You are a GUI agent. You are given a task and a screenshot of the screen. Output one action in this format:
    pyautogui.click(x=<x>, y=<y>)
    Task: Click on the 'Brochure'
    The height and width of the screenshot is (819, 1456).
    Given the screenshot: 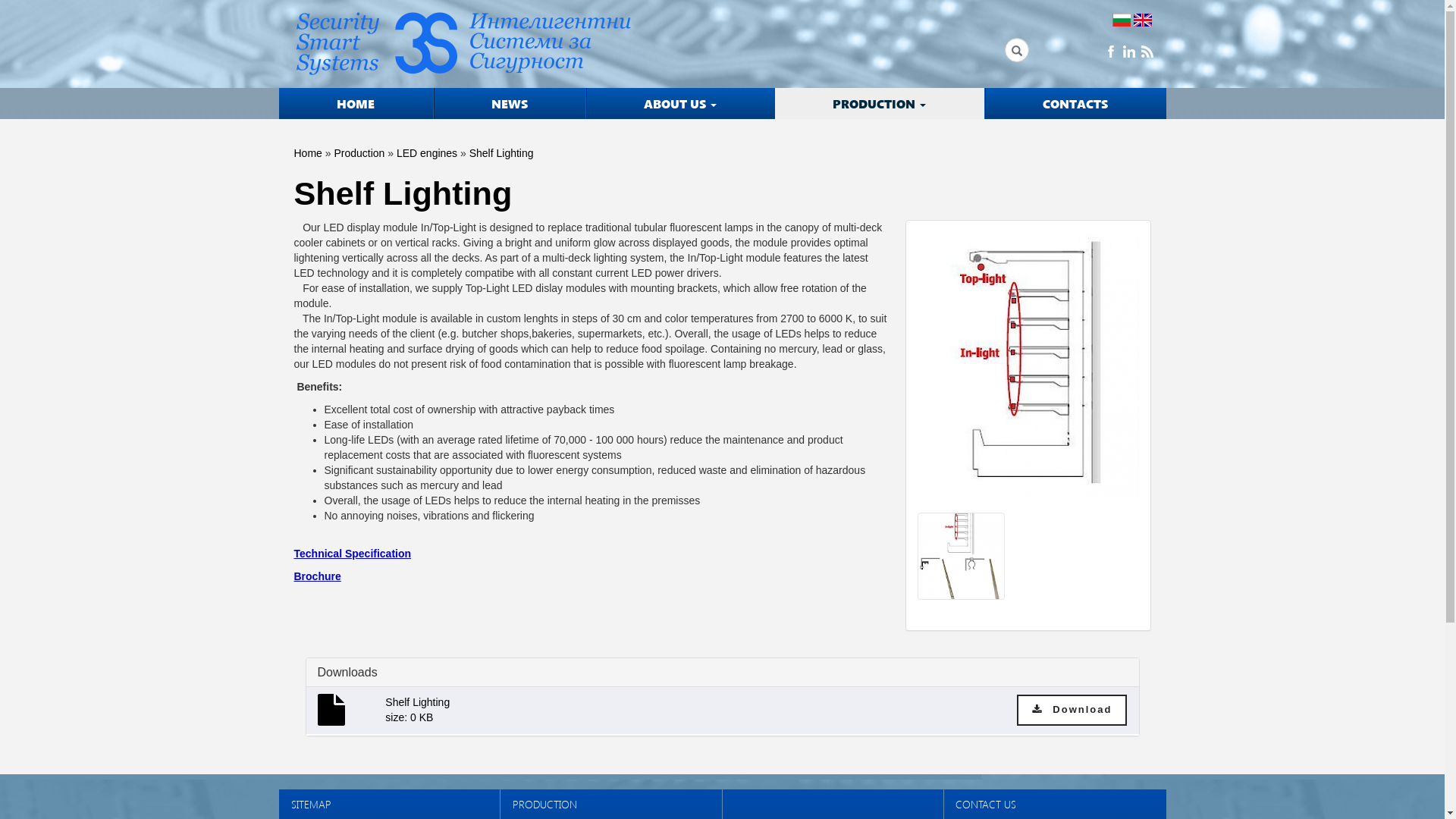 What is the action you would take?
    pyautogui.click(x=316, y=576)
    